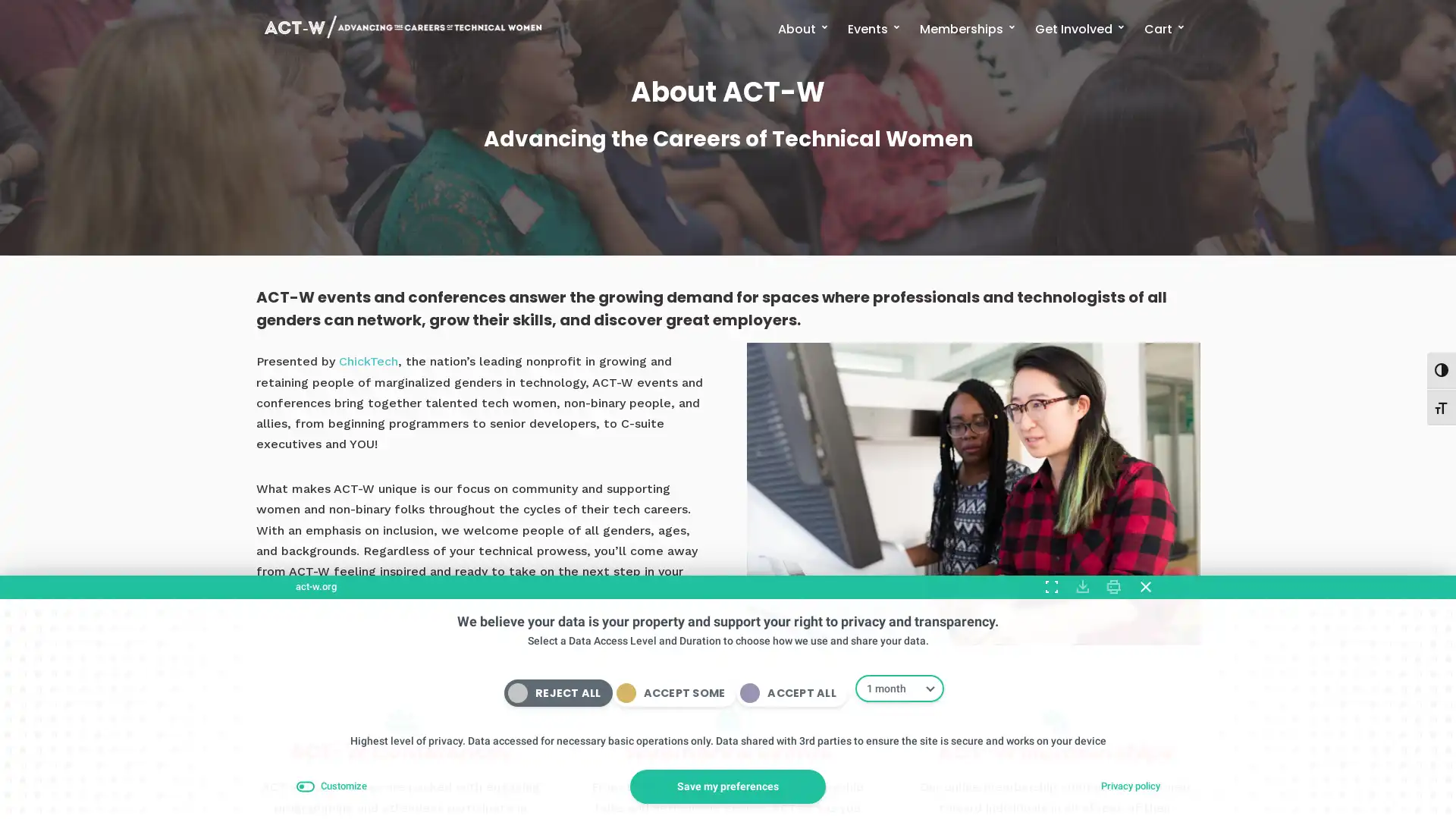  What do you see at coordinates (1144, 585) in the screenshot?
I see `Close Compliance` at bounding box center [1144, 585].